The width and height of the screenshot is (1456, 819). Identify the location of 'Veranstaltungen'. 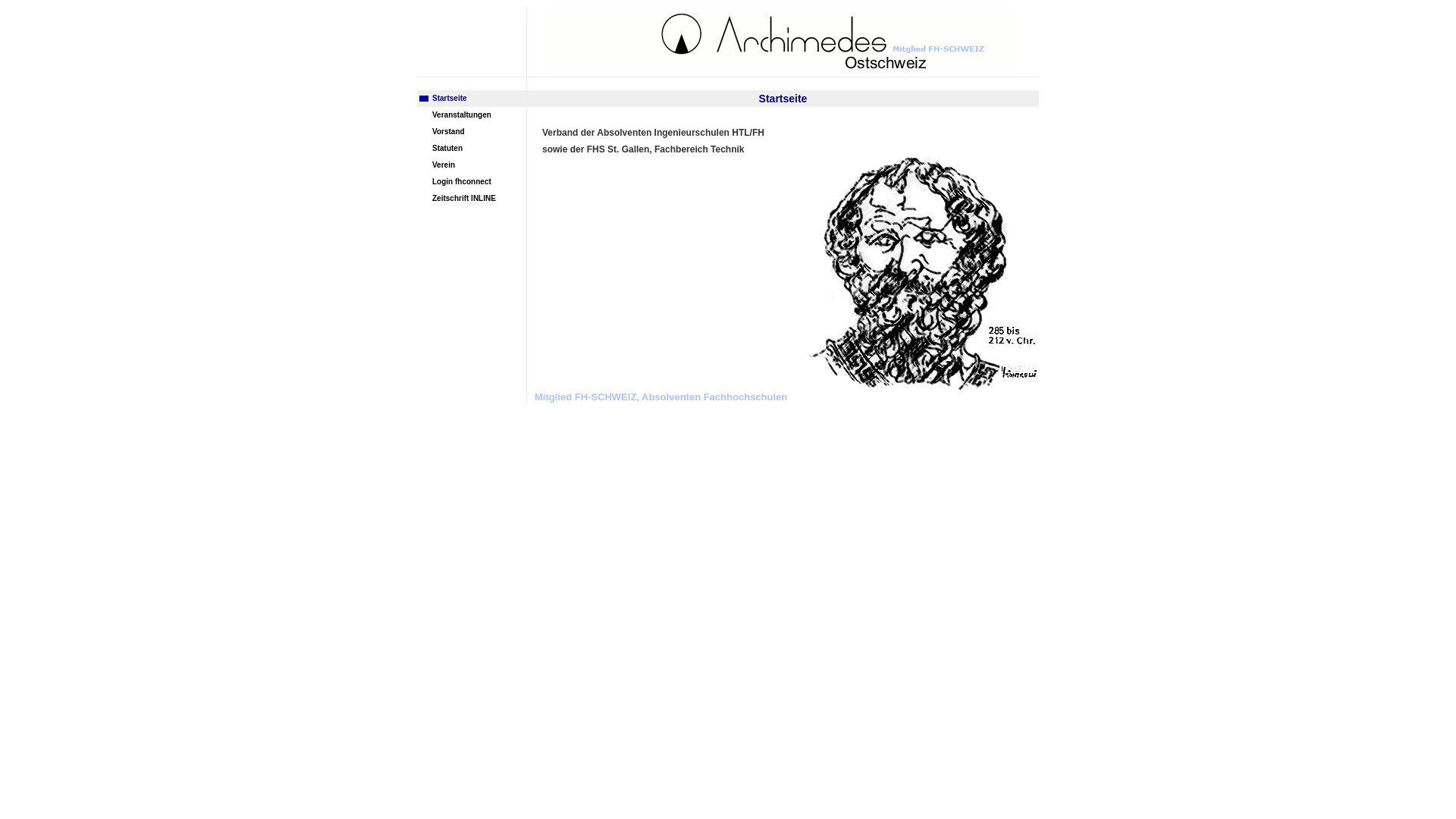
(417, 114).